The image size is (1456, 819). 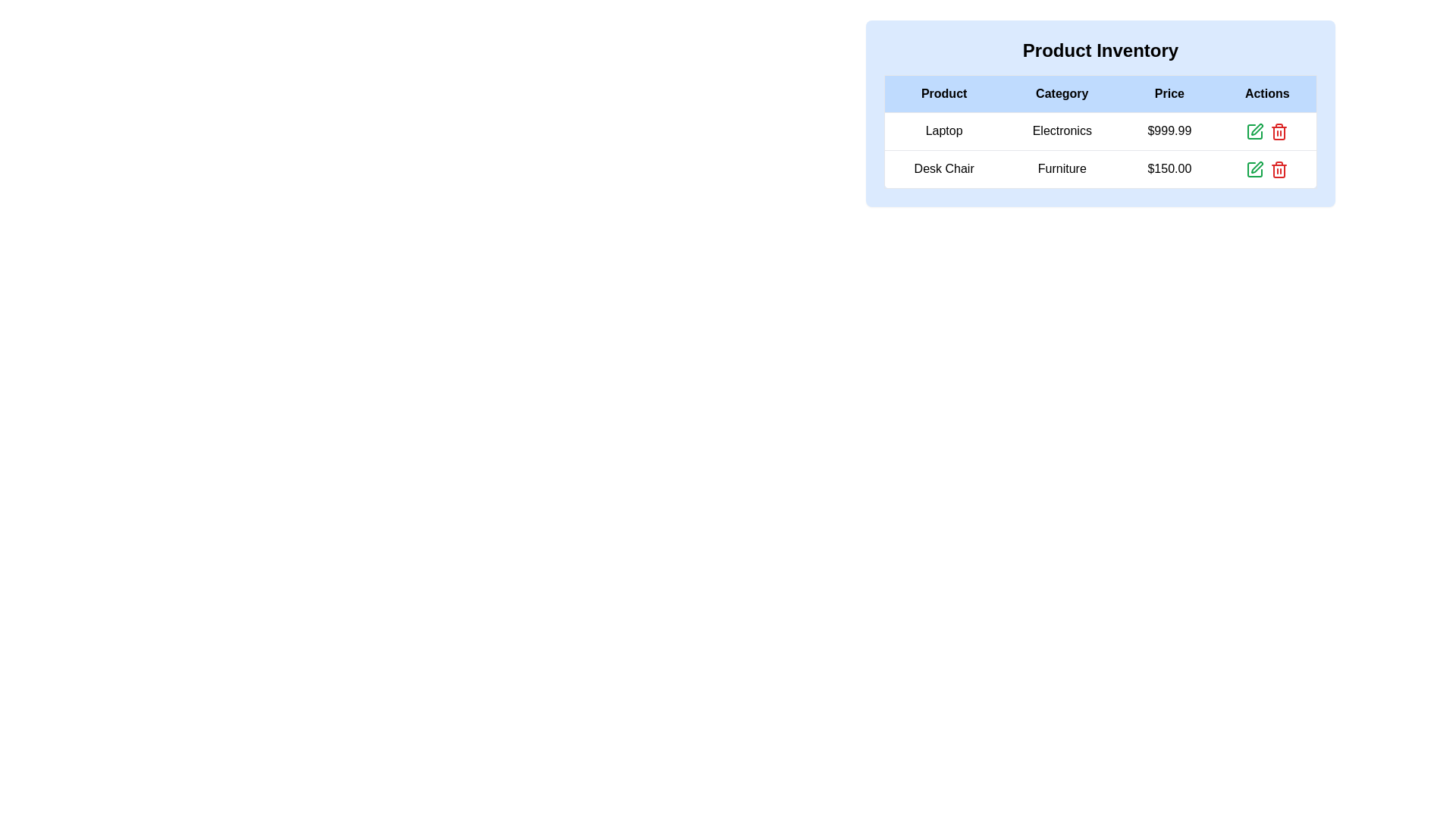 I want to click on the Edit button located in the 'Actions' column of the second row in the table layout, so click(x=1255, y=130).